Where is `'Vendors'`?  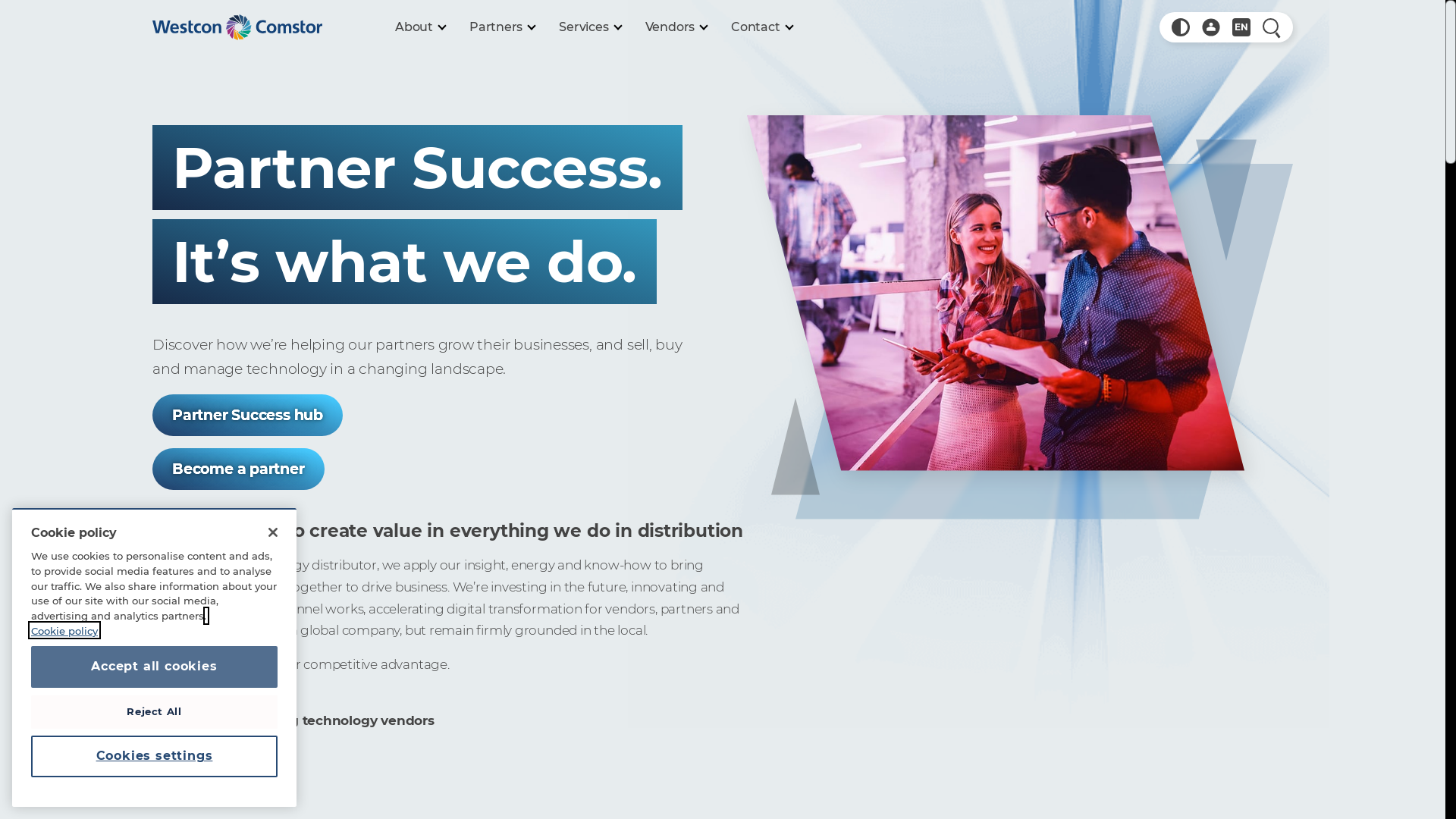 'Vendors' is located at coordinates (676, 27).